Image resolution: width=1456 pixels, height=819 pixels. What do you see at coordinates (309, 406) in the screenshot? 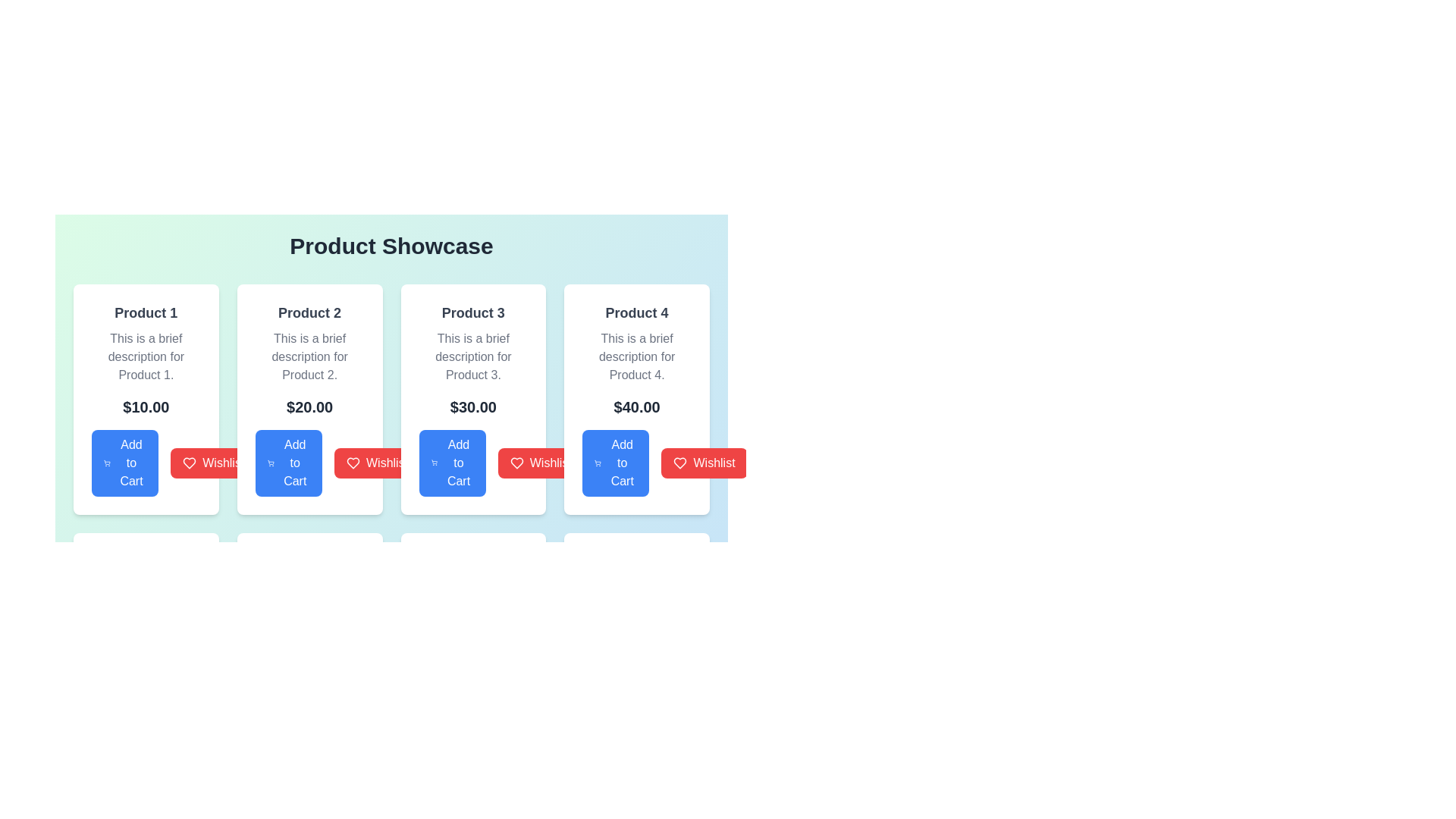
I see `the price label in the second product card, which displays the product price and is located under the description text` at bounding box center [309, 406].